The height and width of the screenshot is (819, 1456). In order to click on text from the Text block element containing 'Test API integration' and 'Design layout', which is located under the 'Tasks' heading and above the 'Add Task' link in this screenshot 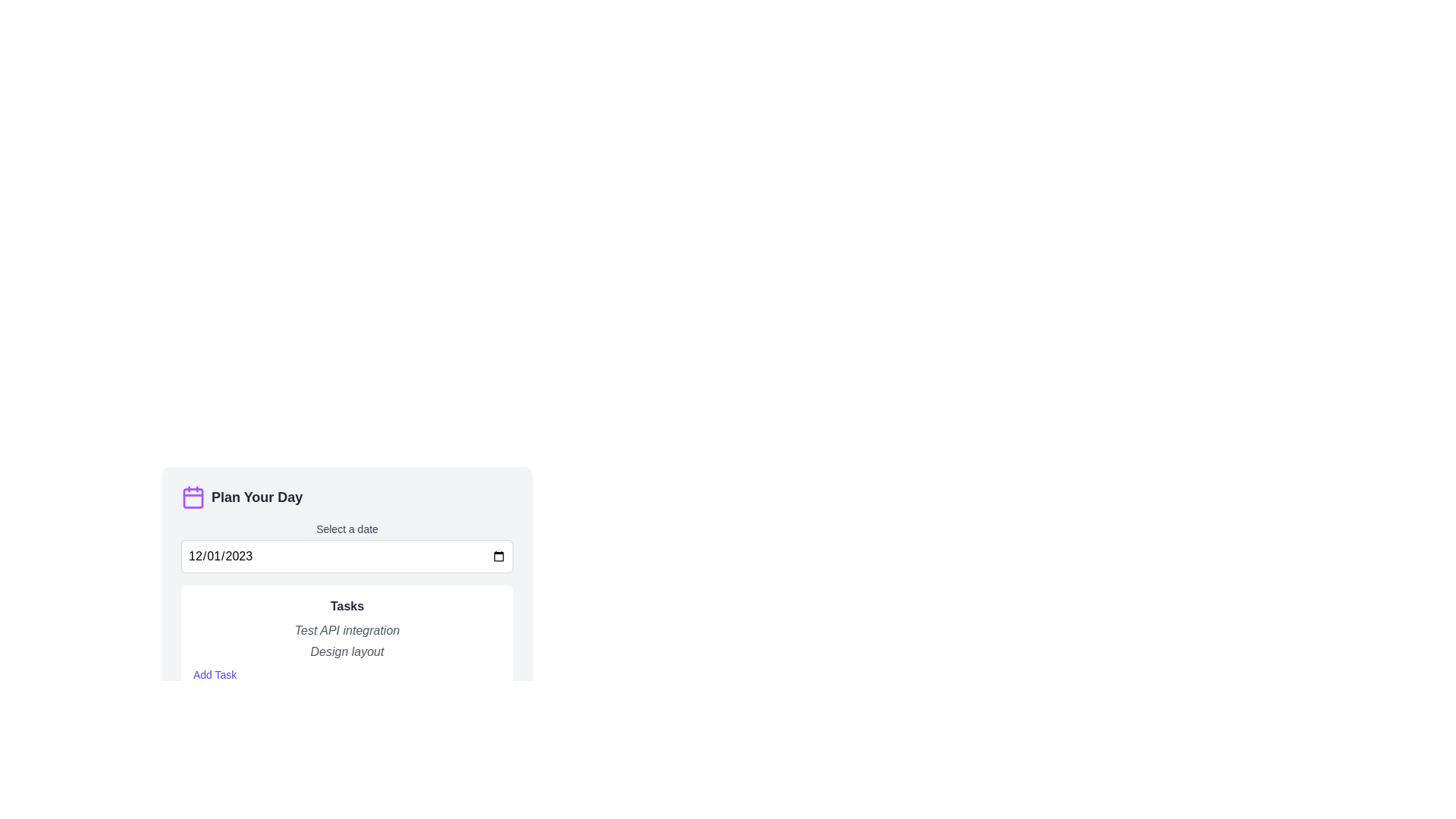, I will do `click(346, 641)`.